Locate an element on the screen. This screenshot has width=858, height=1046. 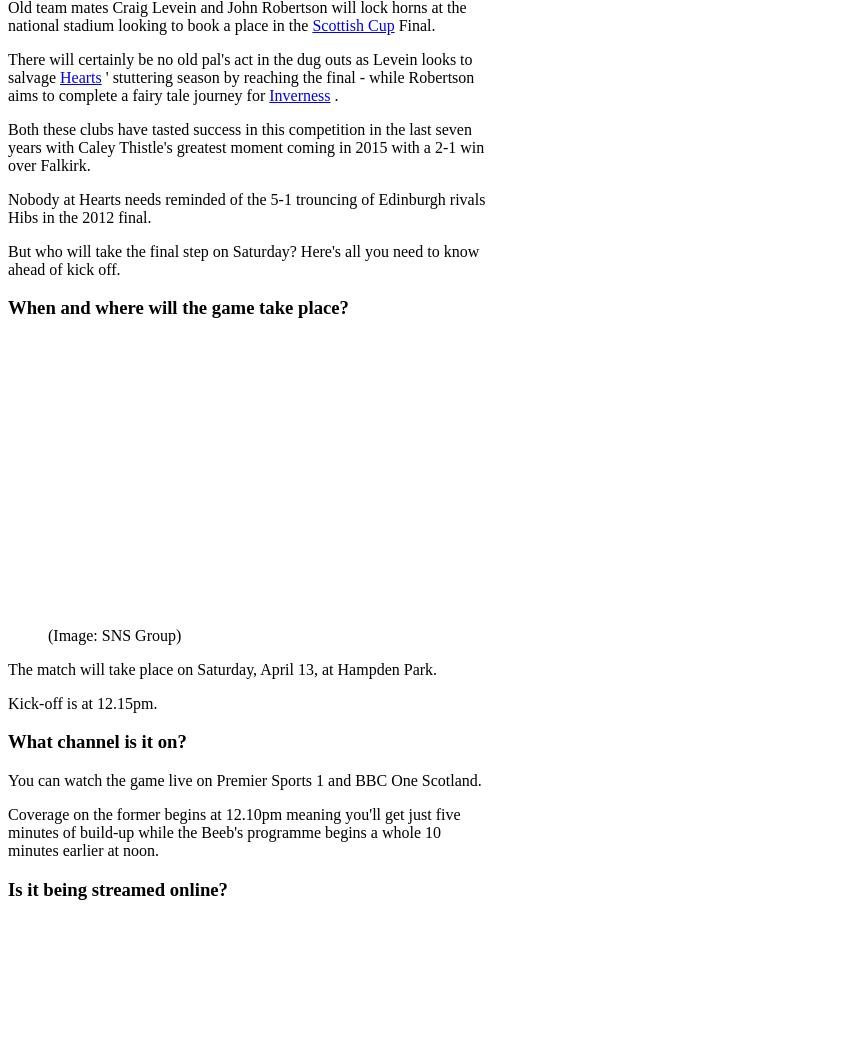
'You can watch the game live on Premier Sports 1 and BBC One Scotland.' is located at coordinates (243, 779).